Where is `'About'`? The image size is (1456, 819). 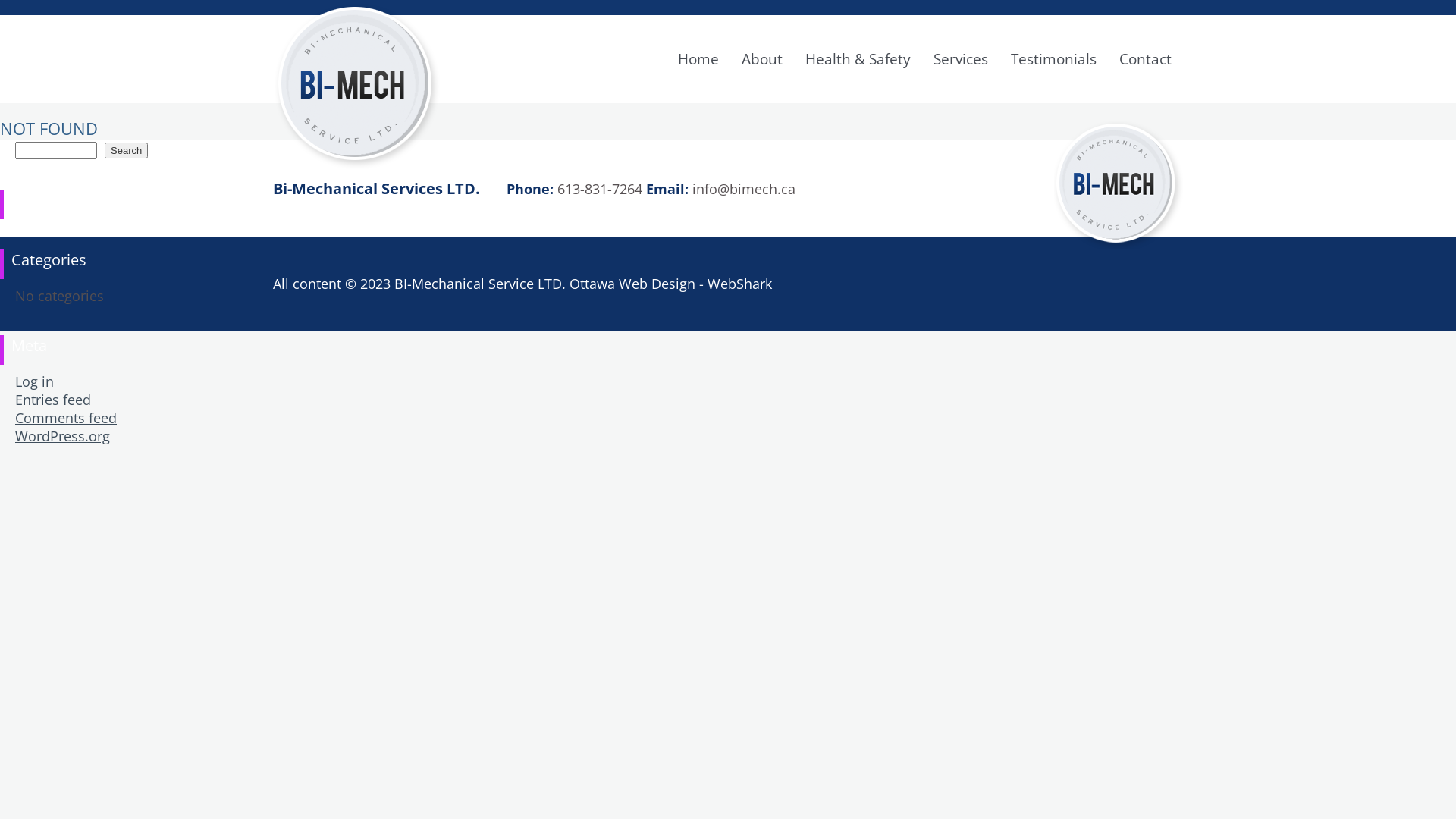
'About' is located at coordinates (761, 58).